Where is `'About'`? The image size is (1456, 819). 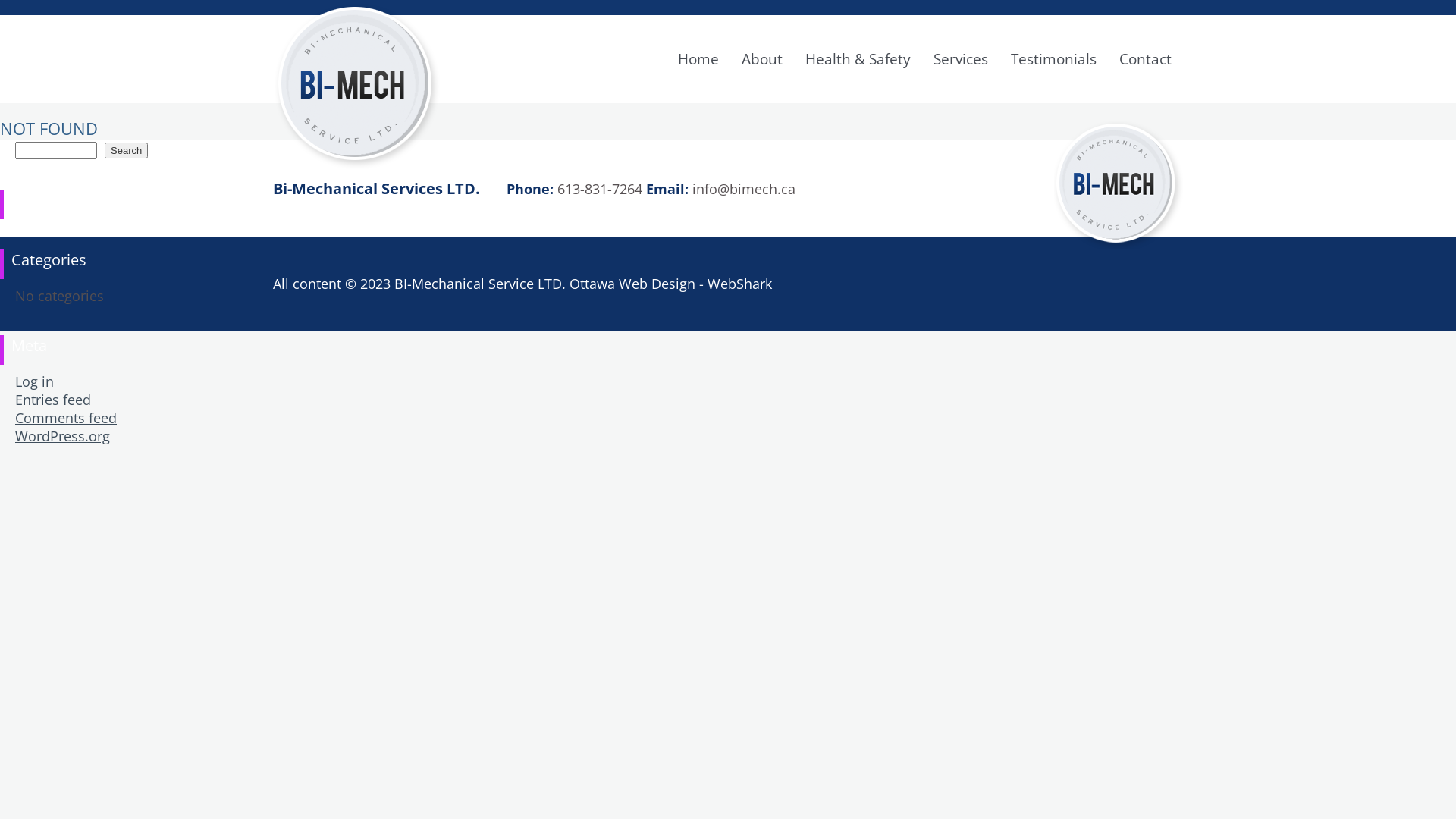
'About' is located at coordinates (761, 58).